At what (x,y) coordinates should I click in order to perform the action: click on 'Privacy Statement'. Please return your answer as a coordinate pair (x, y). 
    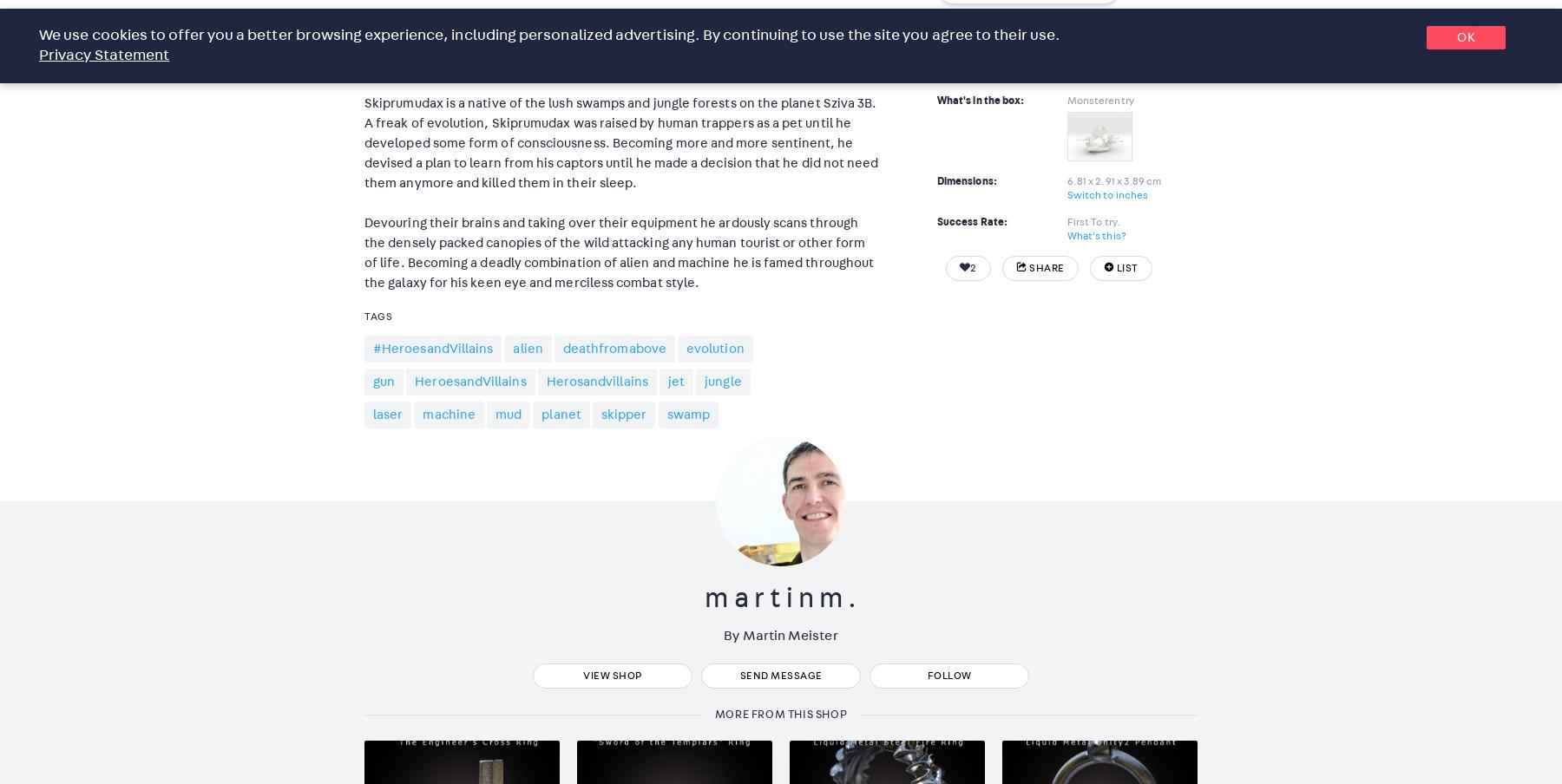
    Looking at the image, I should click on (104, 56).